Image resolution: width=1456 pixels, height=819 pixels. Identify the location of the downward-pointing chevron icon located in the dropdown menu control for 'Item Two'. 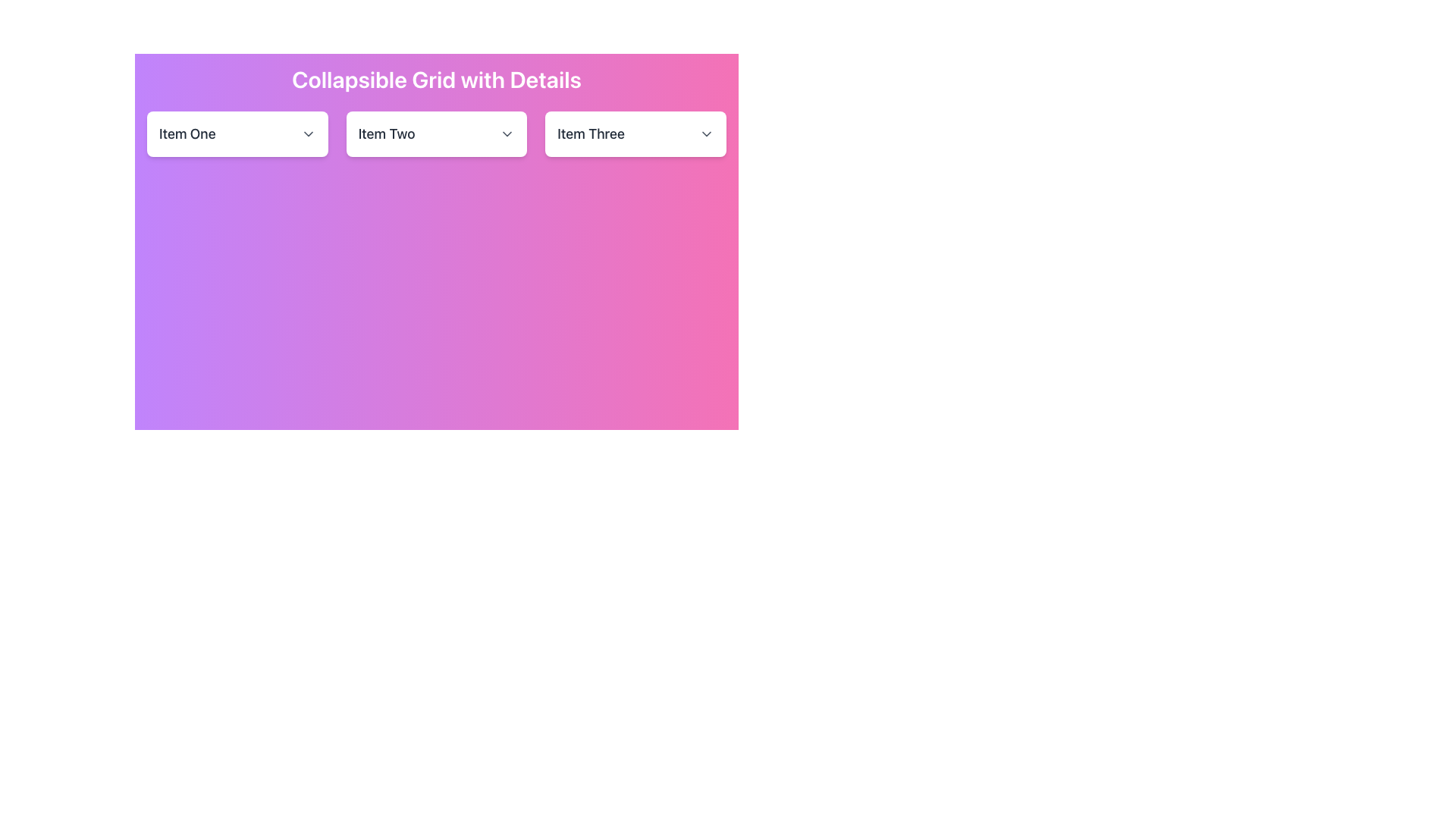
(507, 133).